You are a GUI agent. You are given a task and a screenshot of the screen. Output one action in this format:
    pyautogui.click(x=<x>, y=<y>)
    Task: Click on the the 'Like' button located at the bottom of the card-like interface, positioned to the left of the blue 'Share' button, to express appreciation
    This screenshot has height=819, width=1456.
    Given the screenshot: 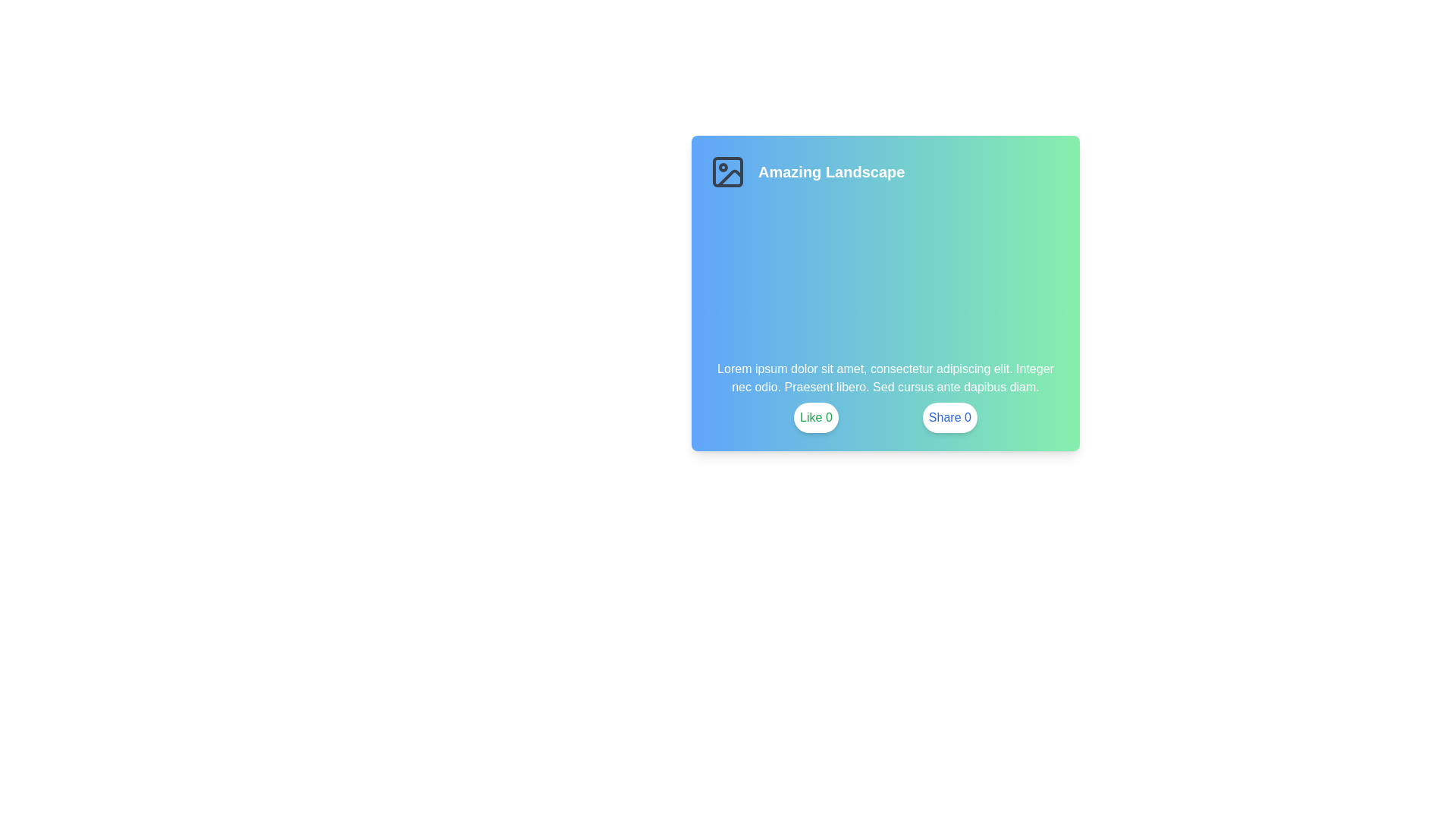 What is the action you would take?
    pyautogui.click(x=814, y=418)
    